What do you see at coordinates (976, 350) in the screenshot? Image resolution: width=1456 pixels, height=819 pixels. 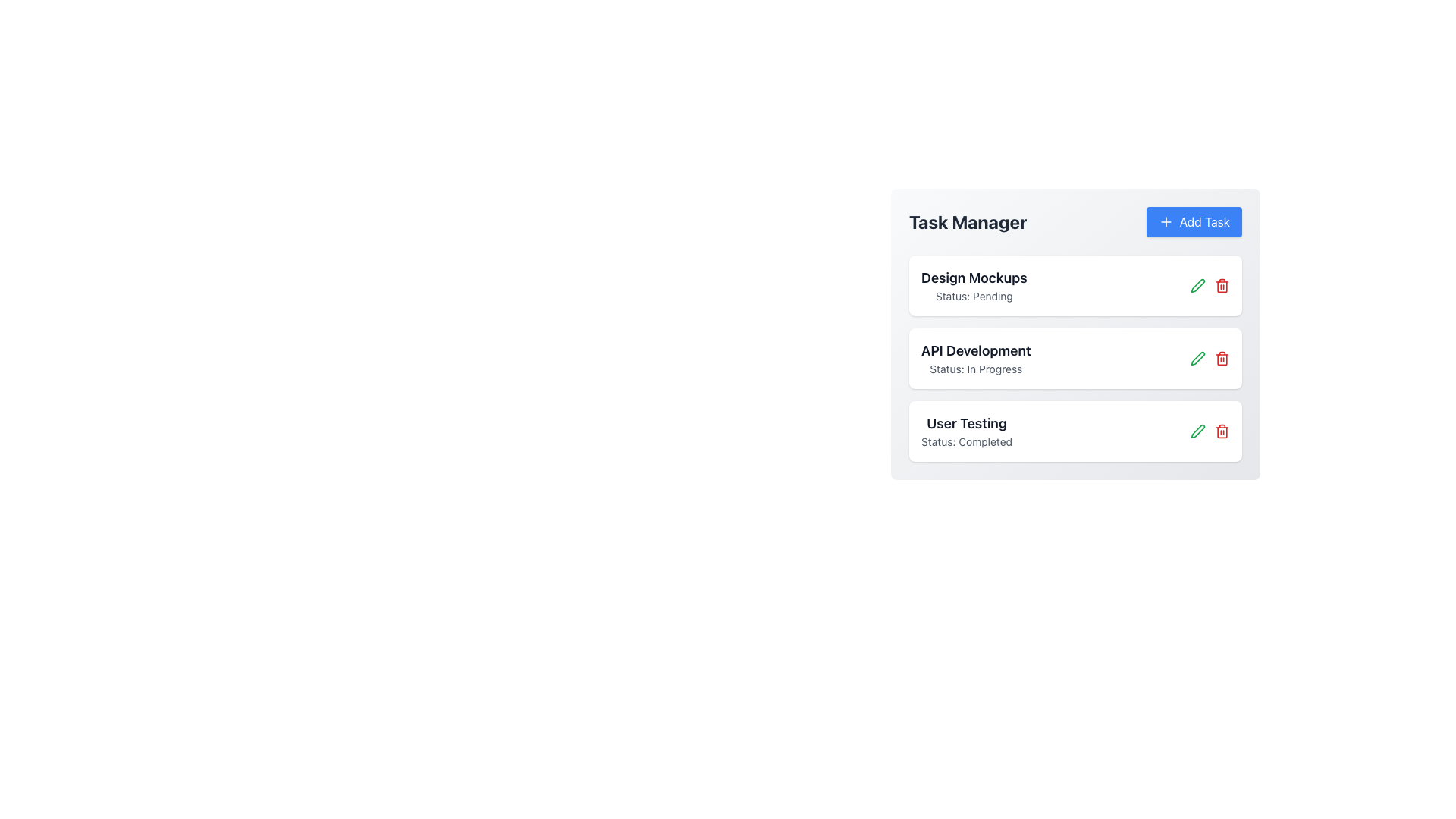 I see `the static text element that serves as a header indicating the name of a specific task, positioned between 'Design Mockups' and 'User Testing' in the vertical list of tasks` at bounding box center [976, 350].